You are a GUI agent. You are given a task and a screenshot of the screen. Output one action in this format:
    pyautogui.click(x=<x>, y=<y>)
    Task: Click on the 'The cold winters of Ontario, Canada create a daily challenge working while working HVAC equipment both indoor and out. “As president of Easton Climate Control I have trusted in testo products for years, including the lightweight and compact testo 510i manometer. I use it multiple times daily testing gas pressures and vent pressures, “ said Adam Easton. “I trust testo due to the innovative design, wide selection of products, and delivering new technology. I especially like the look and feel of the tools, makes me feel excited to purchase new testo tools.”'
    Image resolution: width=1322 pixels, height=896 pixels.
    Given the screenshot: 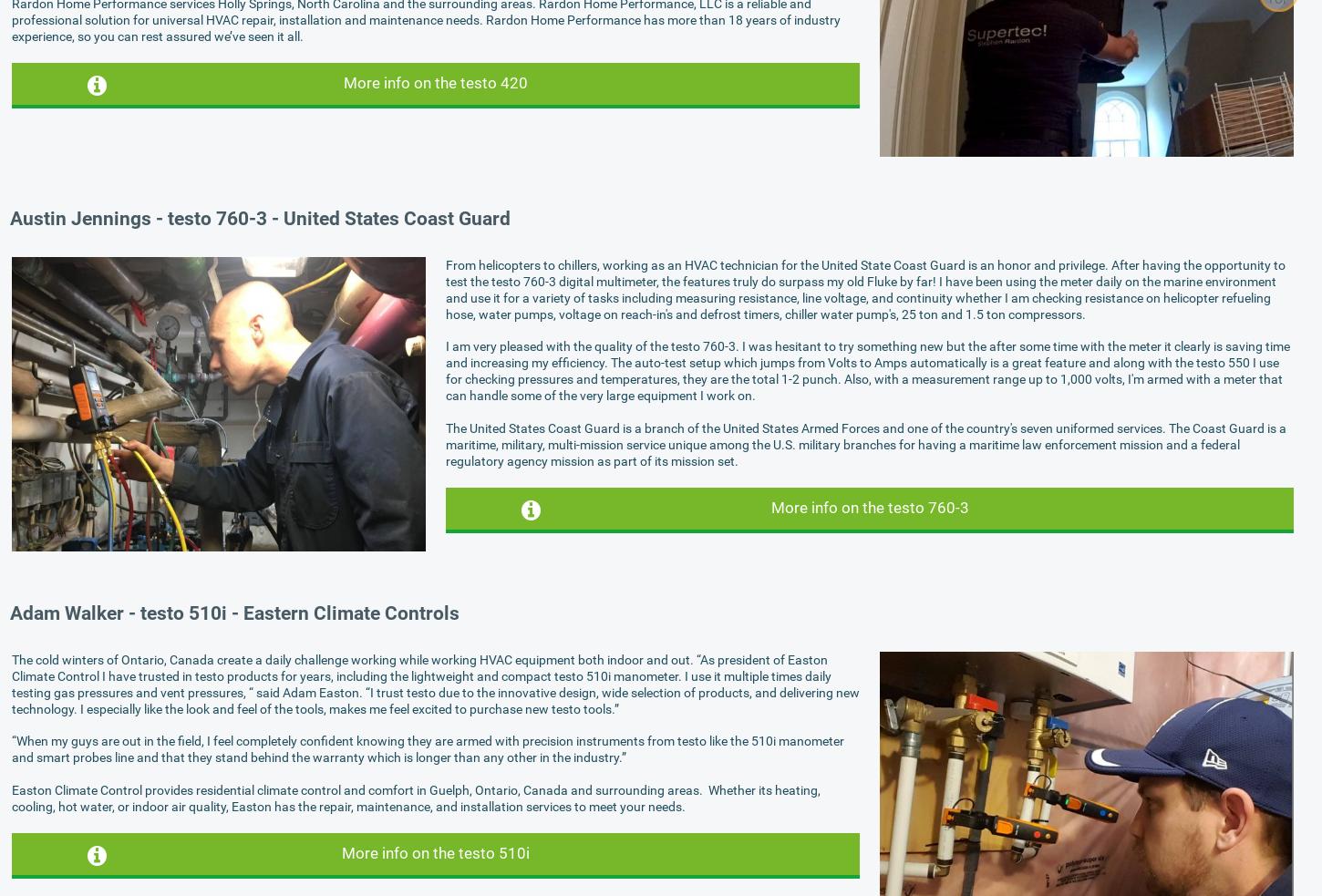 What is the action you would take?
    pyautogui.click(x=435, y=683)
    